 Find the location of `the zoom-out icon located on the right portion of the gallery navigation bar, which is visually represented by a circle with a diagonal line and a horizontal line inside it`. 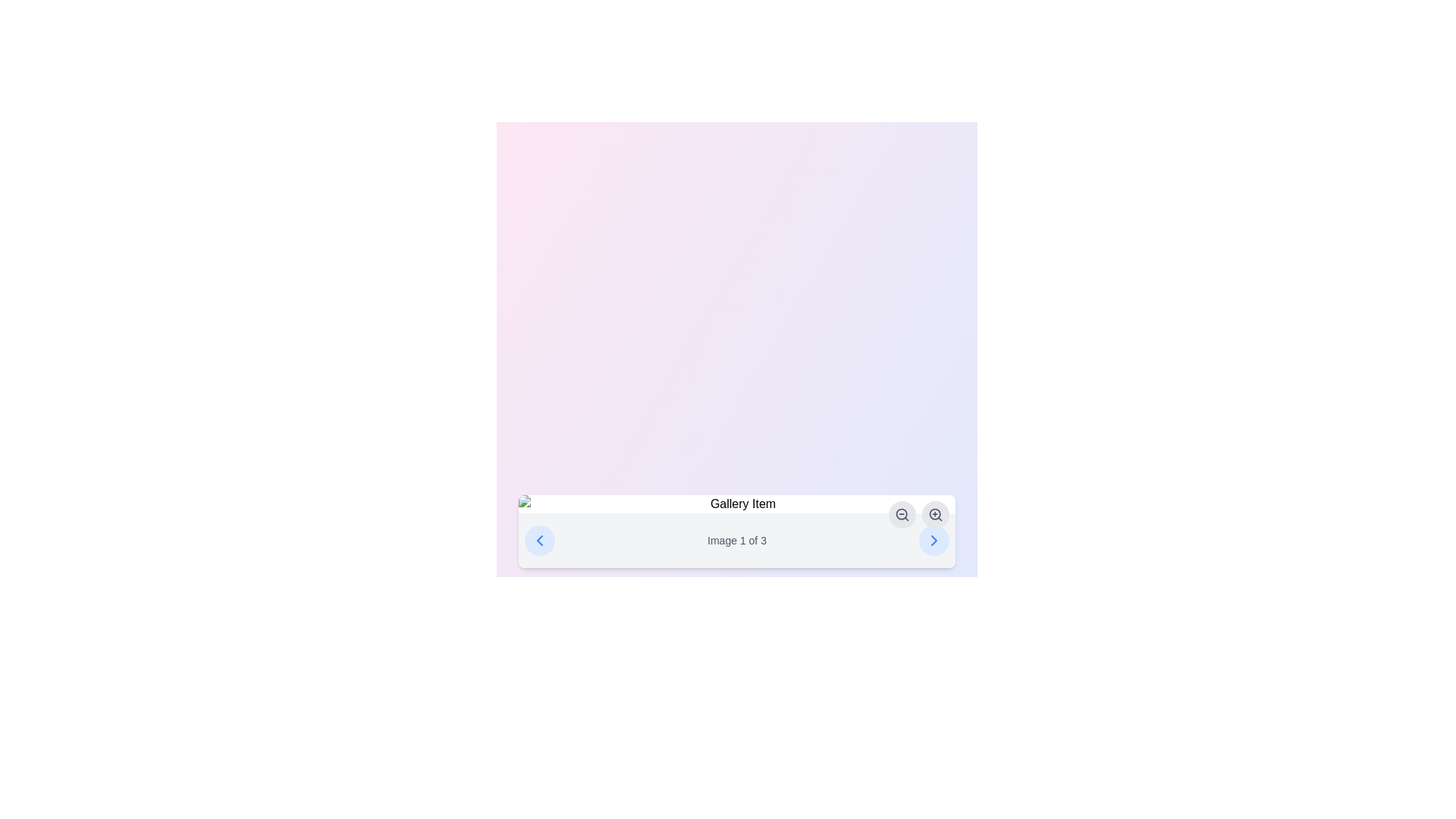

the zoom-out icon located on the right portion of the gallery navigation bar, which is visually represented by a circle with a diagonal line and a horizontal line inside it is located at coordinates (902, 513).